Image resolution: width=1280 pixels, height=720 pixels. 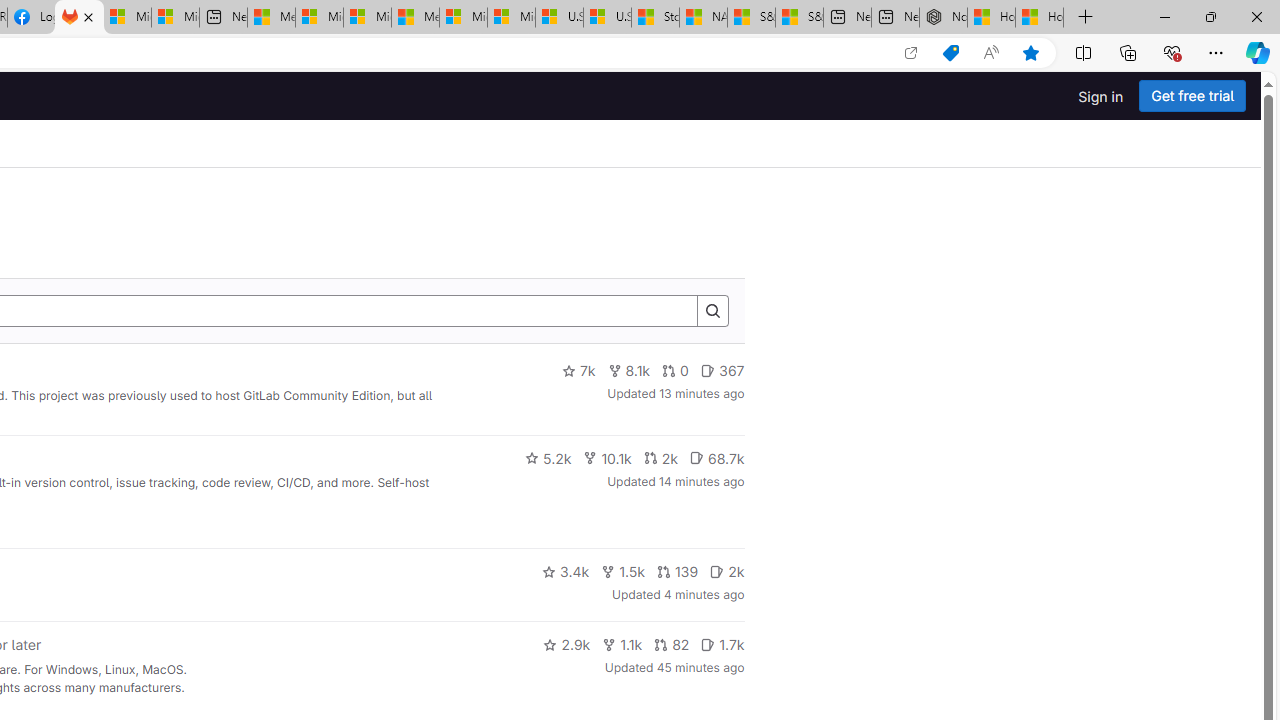 What do you see at coordinates (318, 17) in the screenshot?
I see `'Microsoft account | Privacy'` at bounding box center [318, 17].